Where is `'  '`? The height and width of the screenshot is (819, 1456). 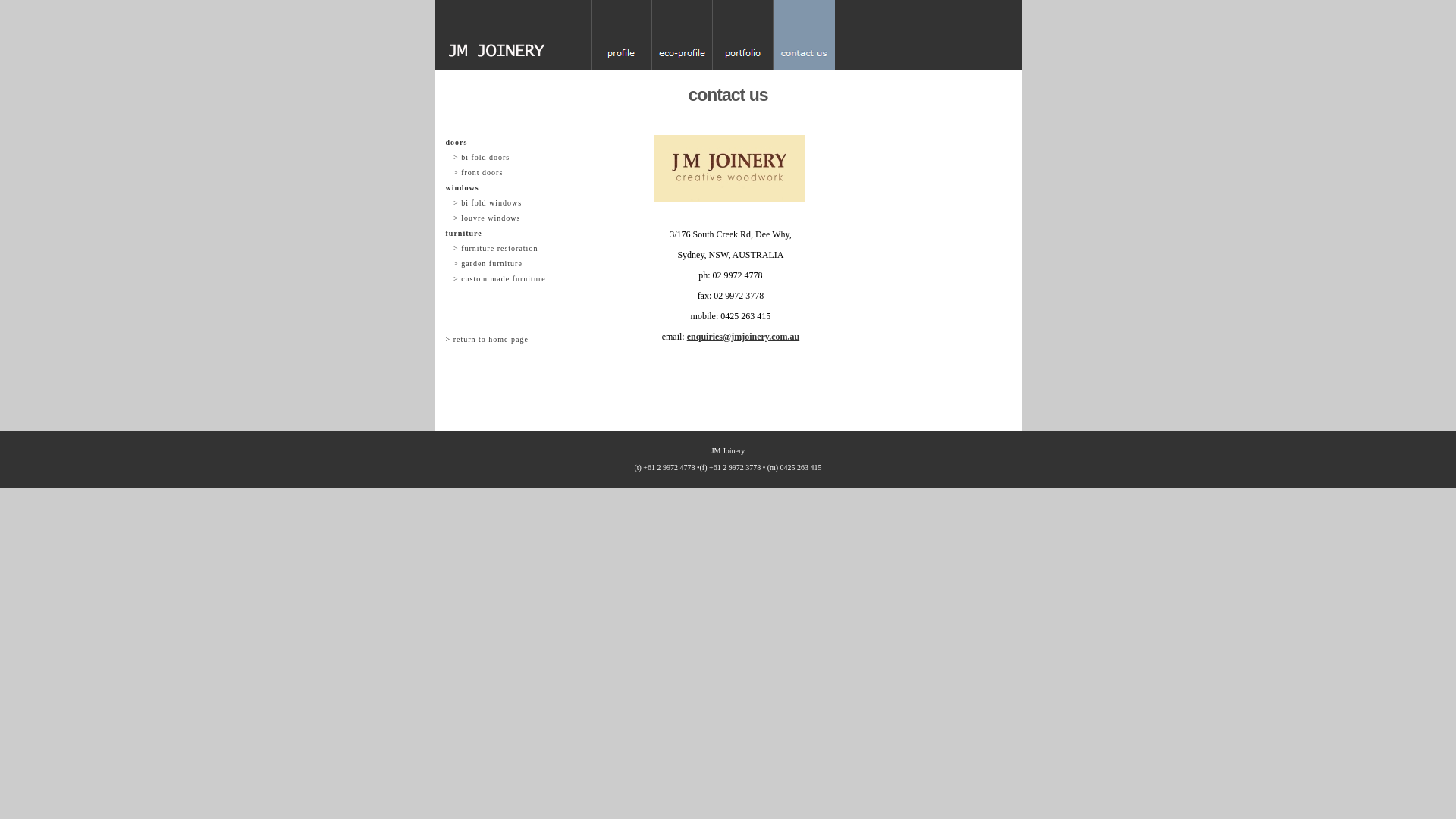 '  ' is located at coordinates (506, 294).